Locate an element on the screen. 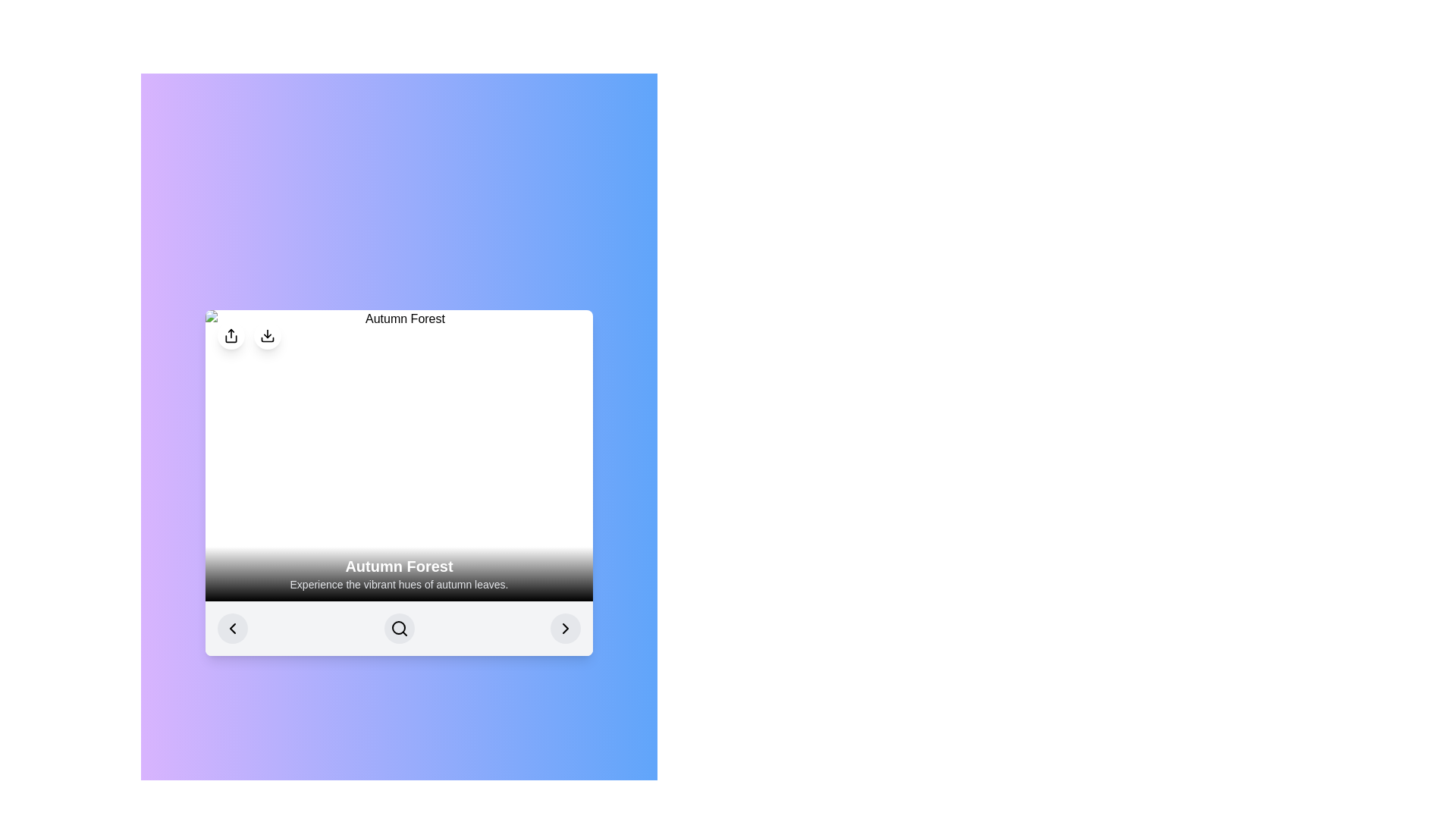  the circular button with a white background and a black download icon is located at coordinates (268, 335).